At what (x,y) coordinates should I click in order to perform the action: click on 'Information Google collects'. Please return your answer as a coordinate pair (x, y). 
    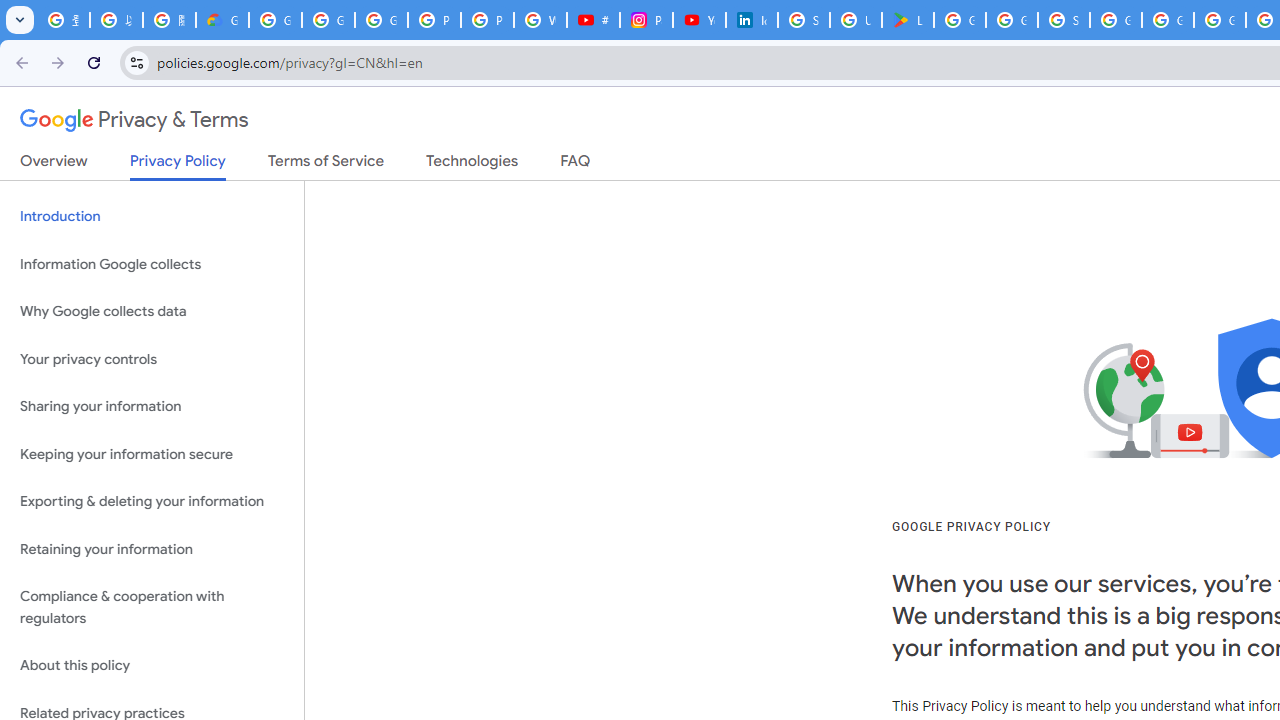
    Looking at the image, I should click on (151, 263).